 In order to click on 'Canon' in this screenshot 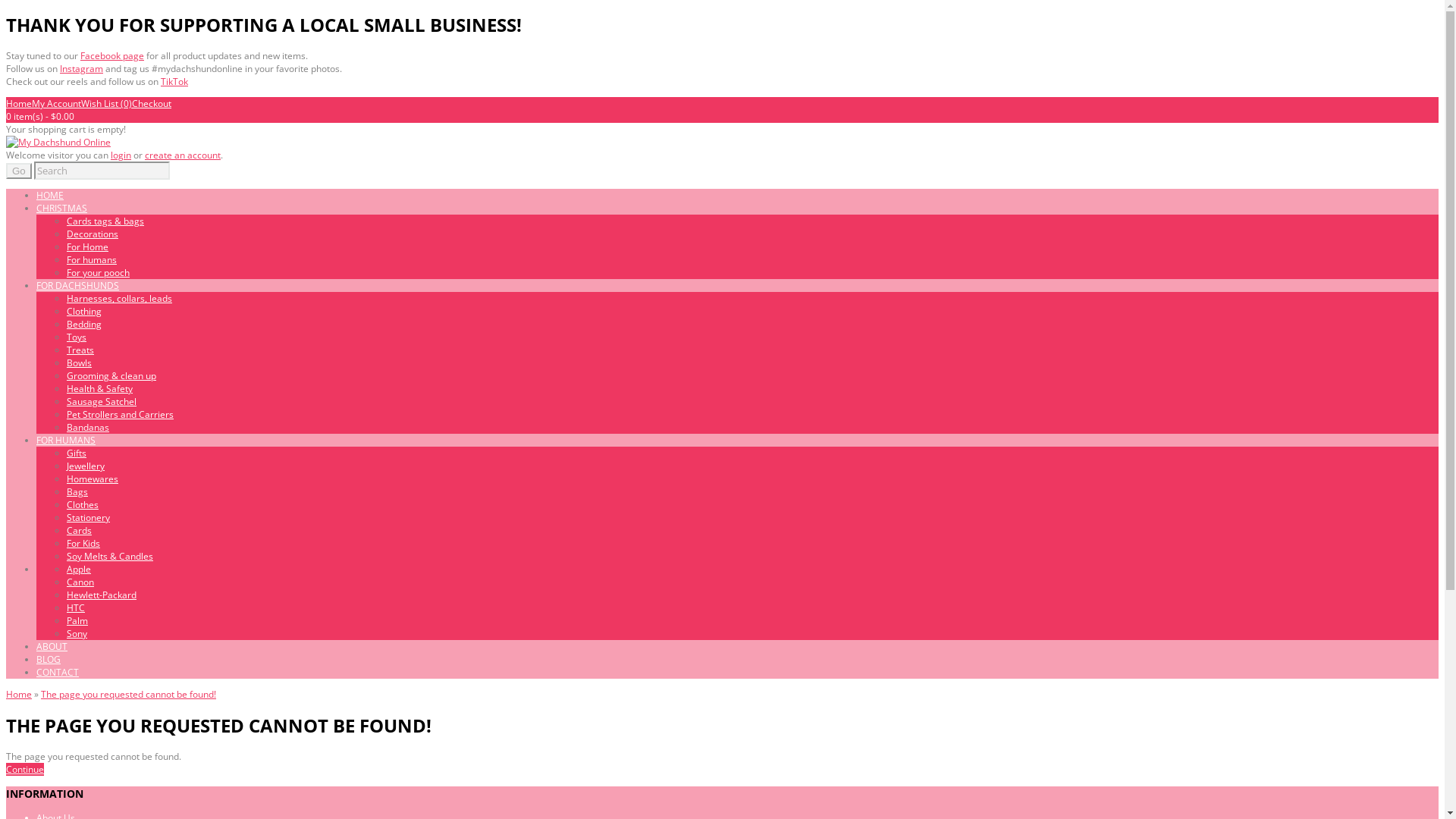, I will do `click(79, 581)`.